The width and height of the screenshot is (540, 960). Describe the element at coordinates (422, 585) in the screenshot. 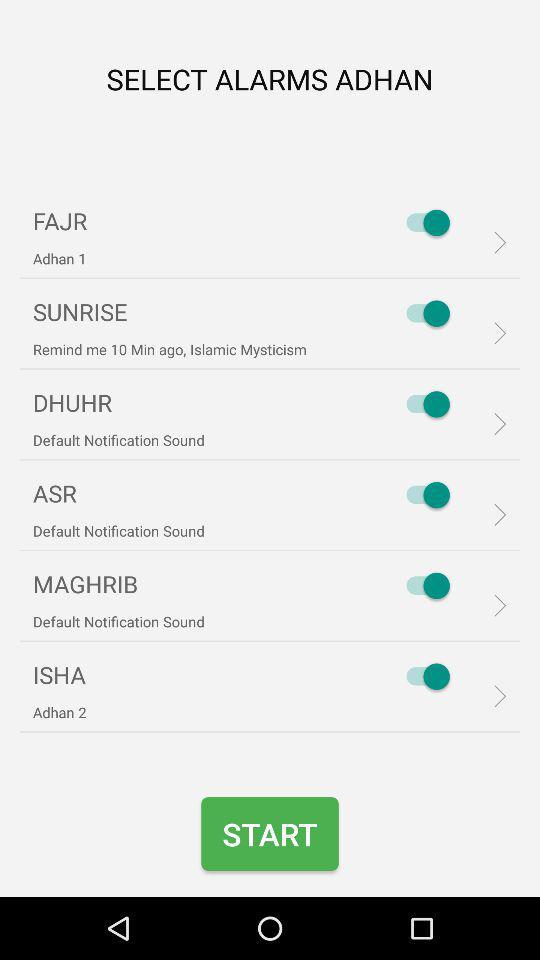

I see `maghrib option turned on` at that location.